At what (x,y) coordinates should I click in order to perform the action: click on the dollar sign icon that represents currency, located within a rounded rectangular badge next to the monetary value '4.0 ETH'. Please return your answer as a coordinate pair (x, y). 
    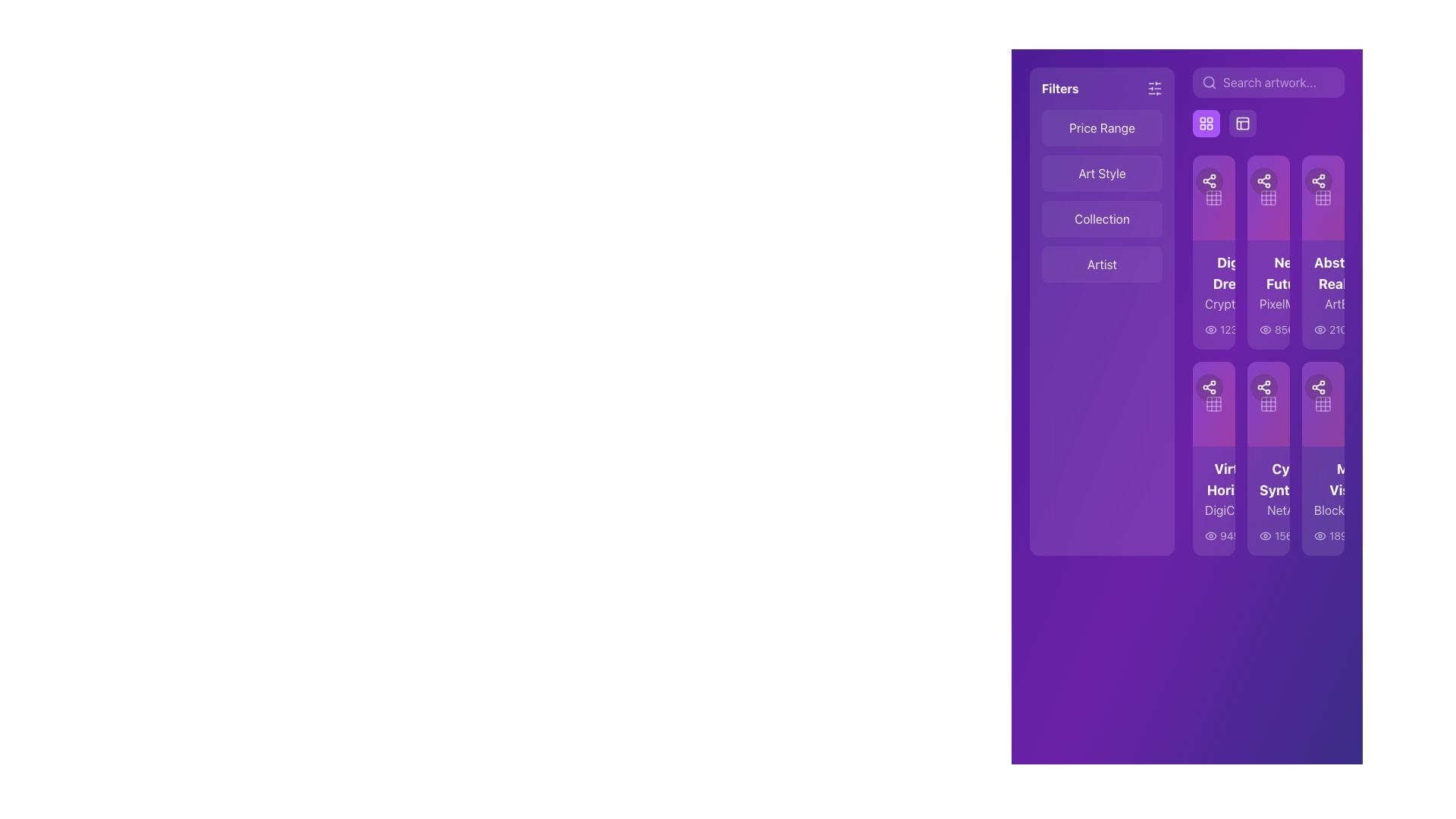
    Looking at the image, I should click on (1337, 479).